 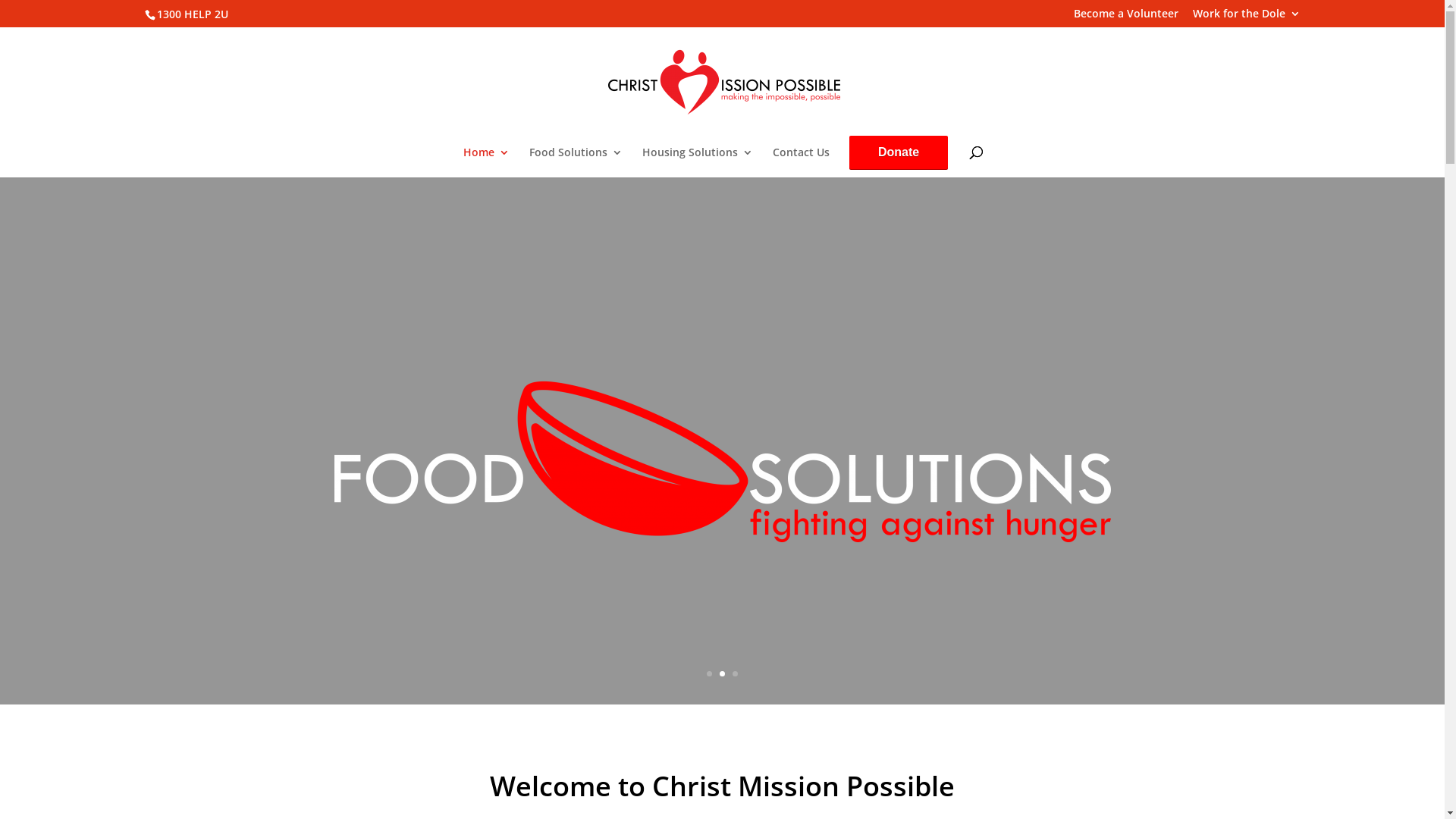 I want to click on 'Donate', so click(x=899, y=152).